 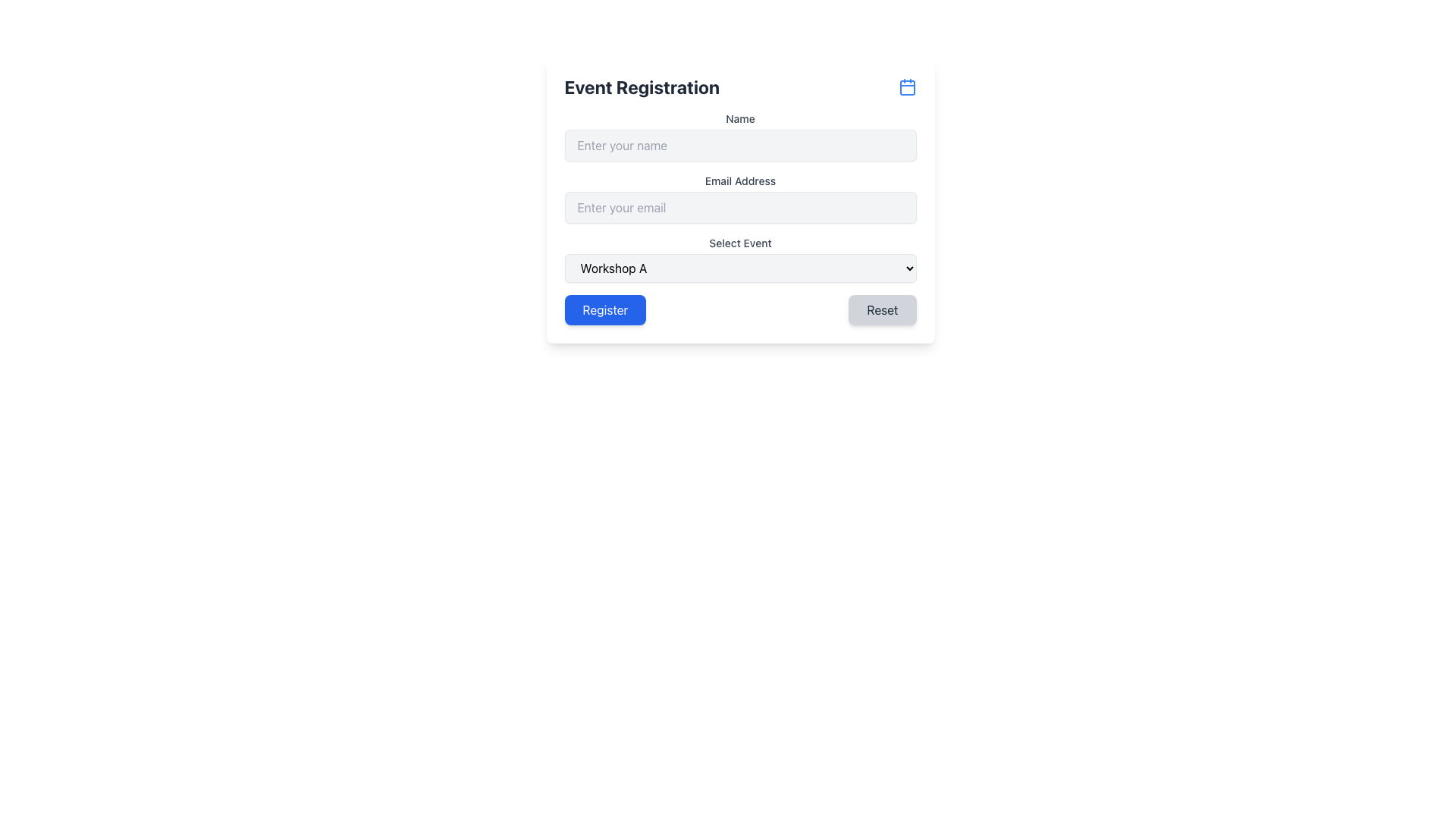 What do you see at coordinates (740, 180) in the screenshot?
I see `the email input field label located within the 'Event Registration' panel, positioned below the 'Name' field label and above the email input box` at bounding box center [740, 180].